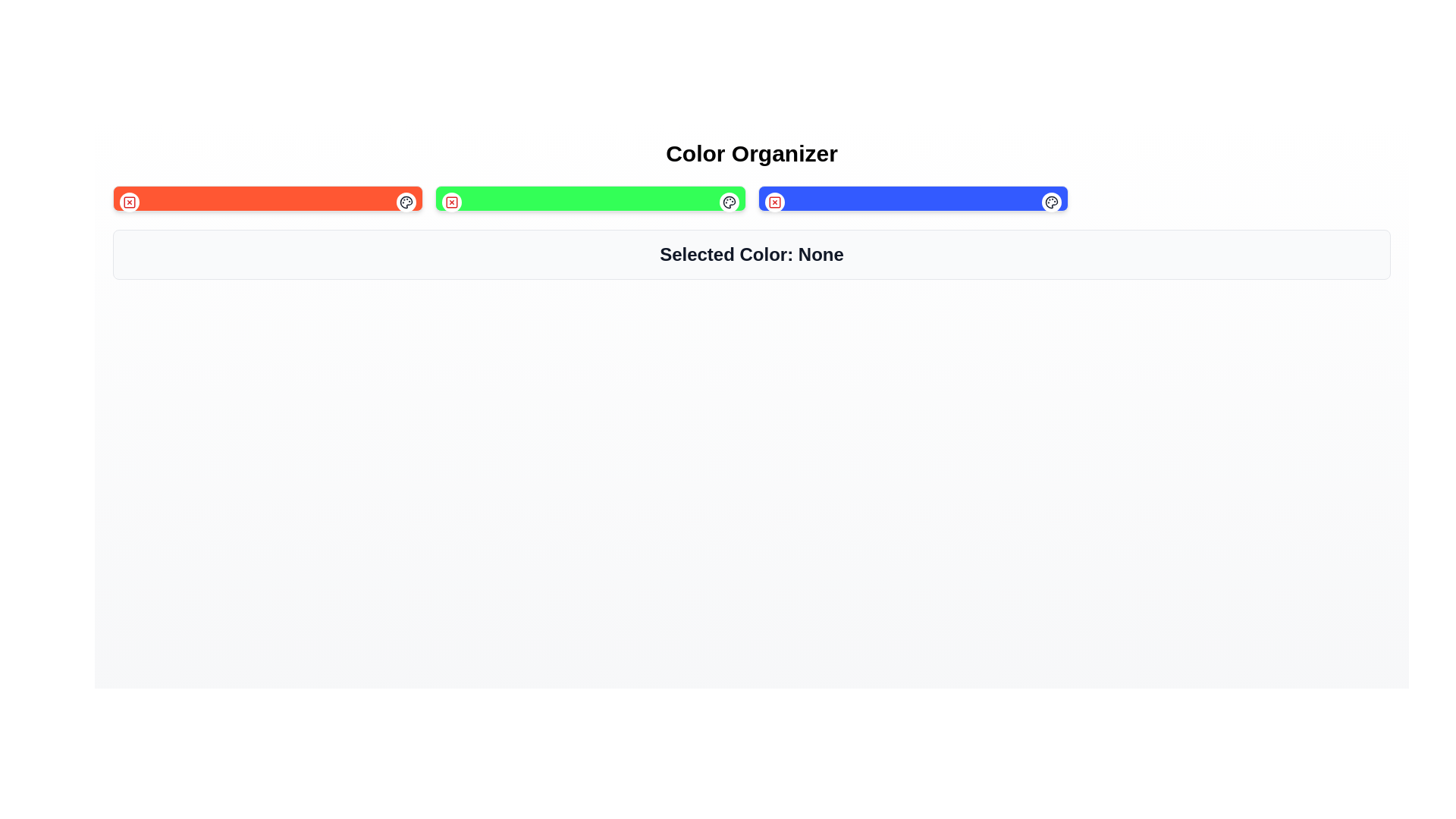 The height and width of the screenshot is (819, 1456). What do you see at coordinates (774, 201) in the screenshot?
I see `the close icon located on the right side of the blue horizontal color bar` at bounding box center [774, 201].